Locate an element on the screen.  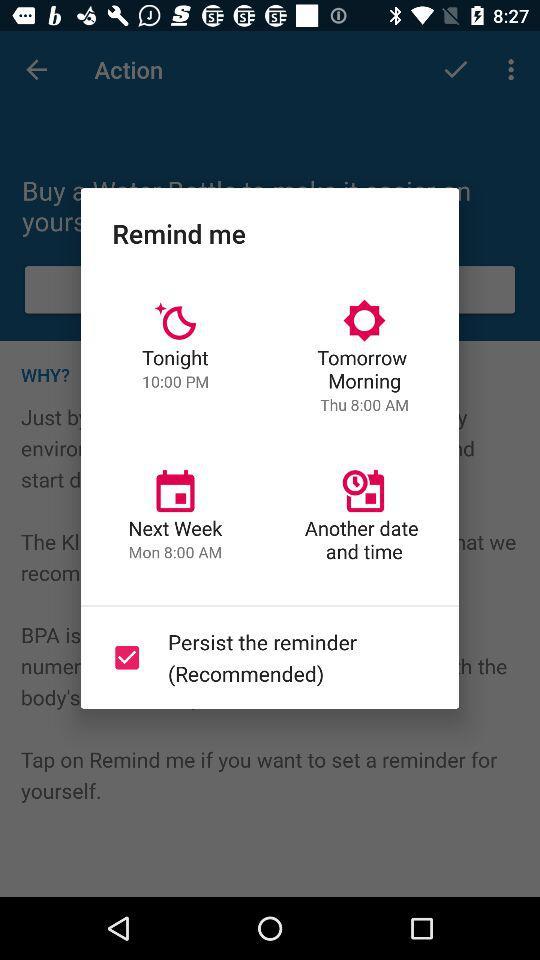
the persist the reminder at the bottom is located at coordinates (266, 656).